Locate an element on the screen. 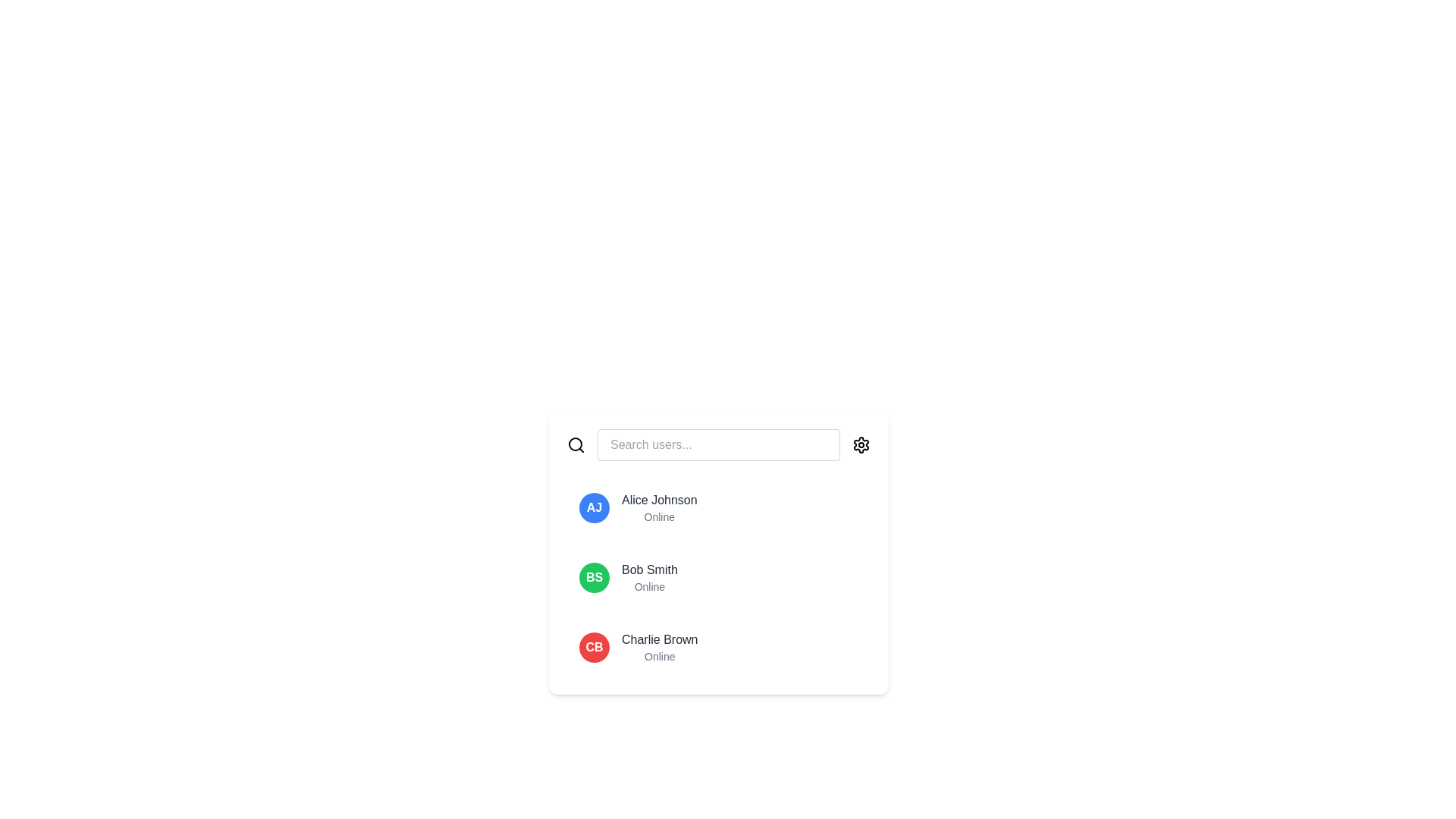 The height and width of the screenshot is (819, 1456). the Avatar representing 'Alice Johnson' in the contact list is located at coordinates (593, 508).